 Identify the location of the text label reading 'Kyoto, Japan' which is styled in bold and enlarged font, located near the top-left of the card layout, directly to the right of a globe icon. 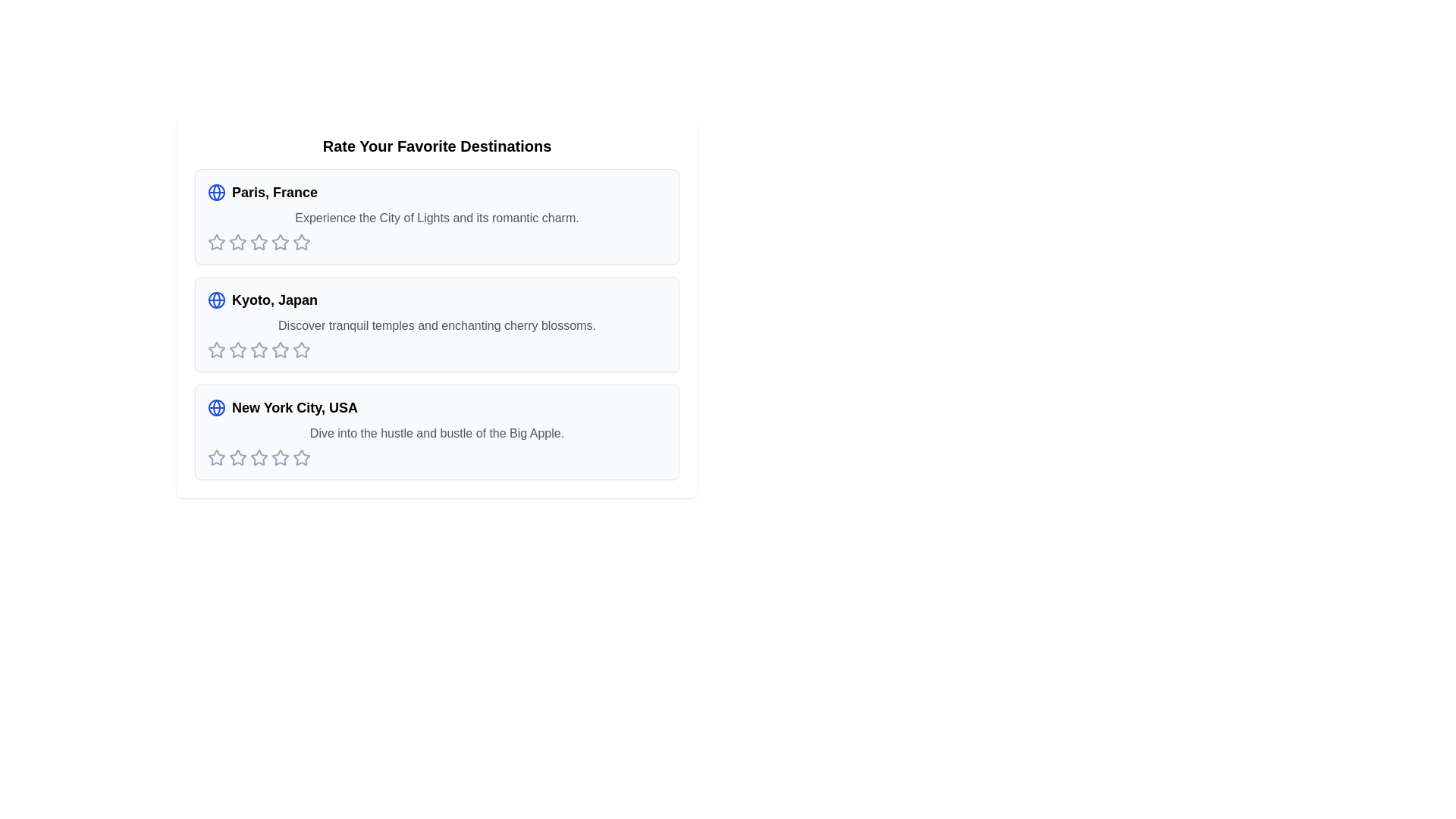
(275, 300).